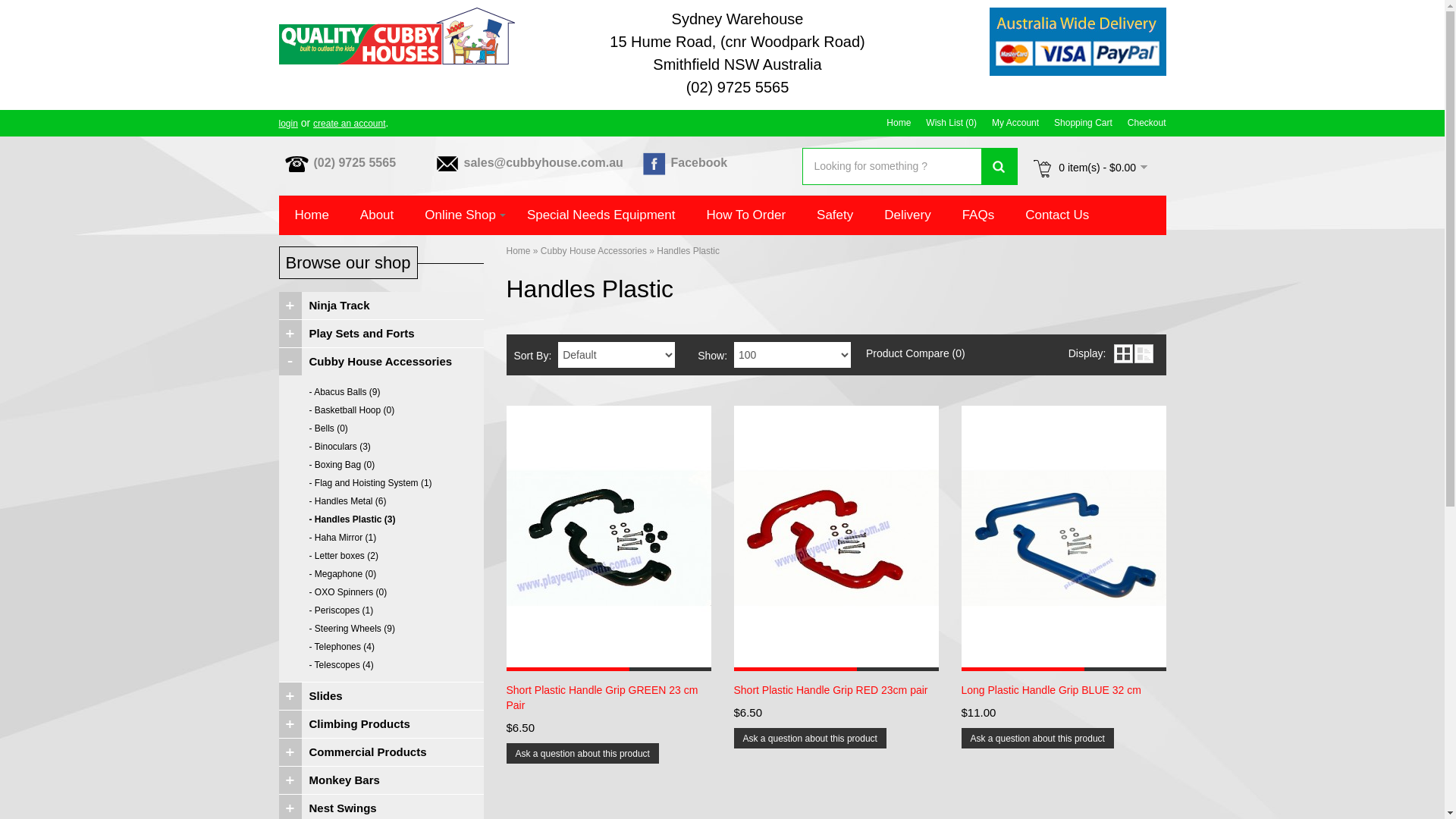 The height and width of the screenshot is (819, 1456). What do you see at coordinates (601, 215) in the screenshot?
I see `'Special Needs Equipment'` at bounding box center [601, 215].